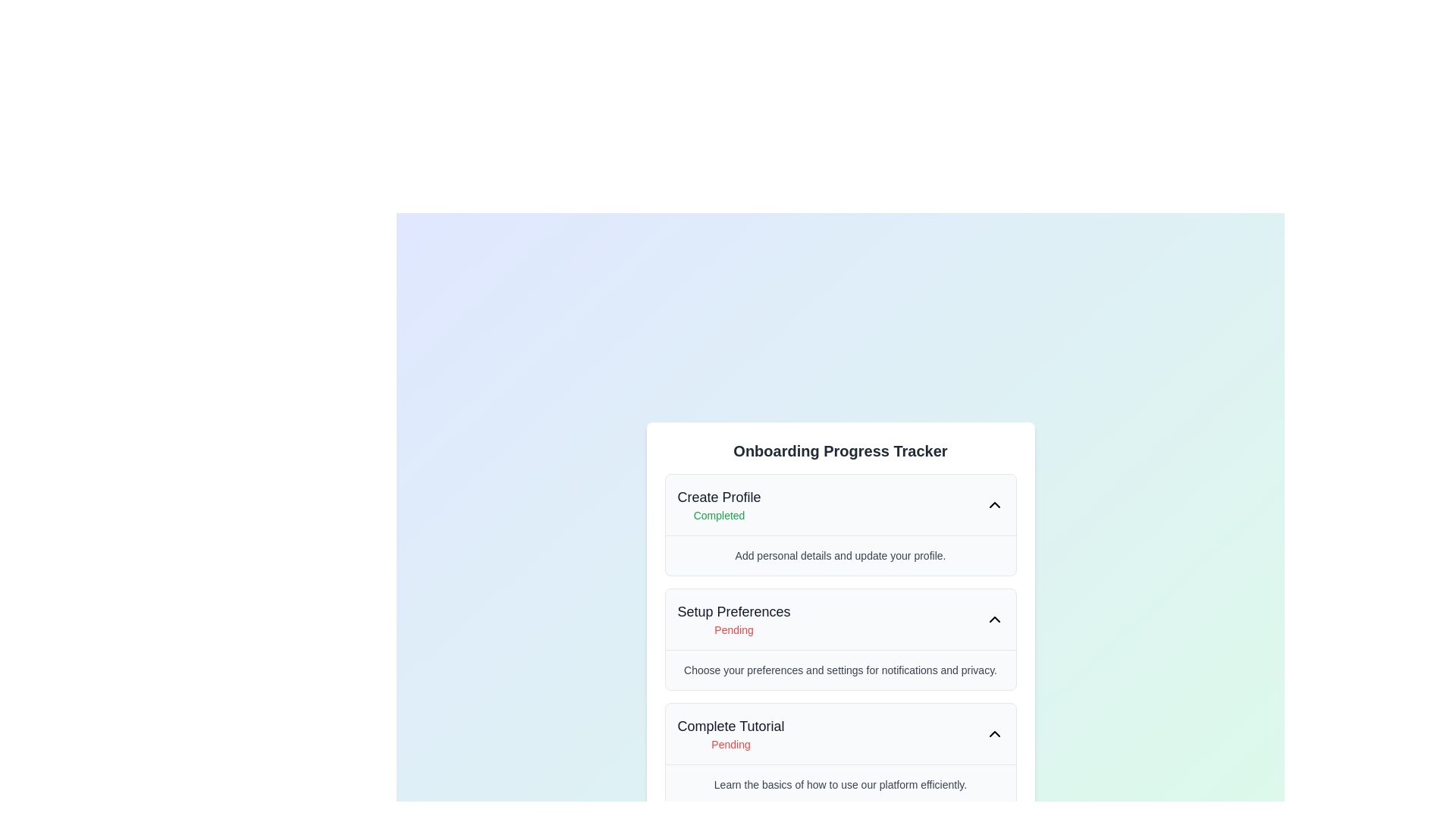  I want to click on the 'Setup Preferences' collapsible section header, which features a bold title and a red 'Pending' text, so click(839, 620).